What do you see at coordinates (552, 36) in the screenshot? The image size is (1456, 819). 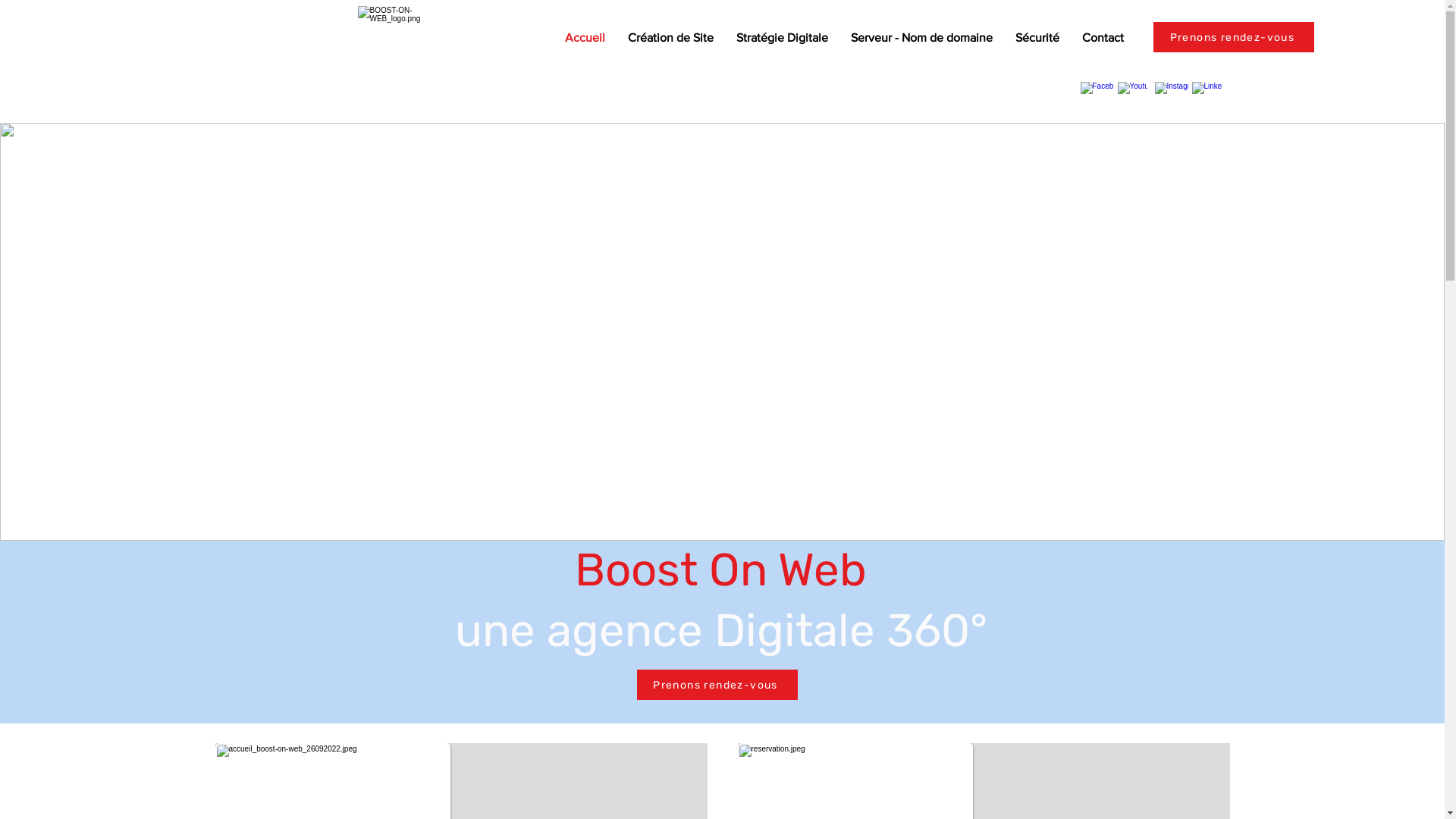 I see `'Accueil'` at bounding box center [552, 36].